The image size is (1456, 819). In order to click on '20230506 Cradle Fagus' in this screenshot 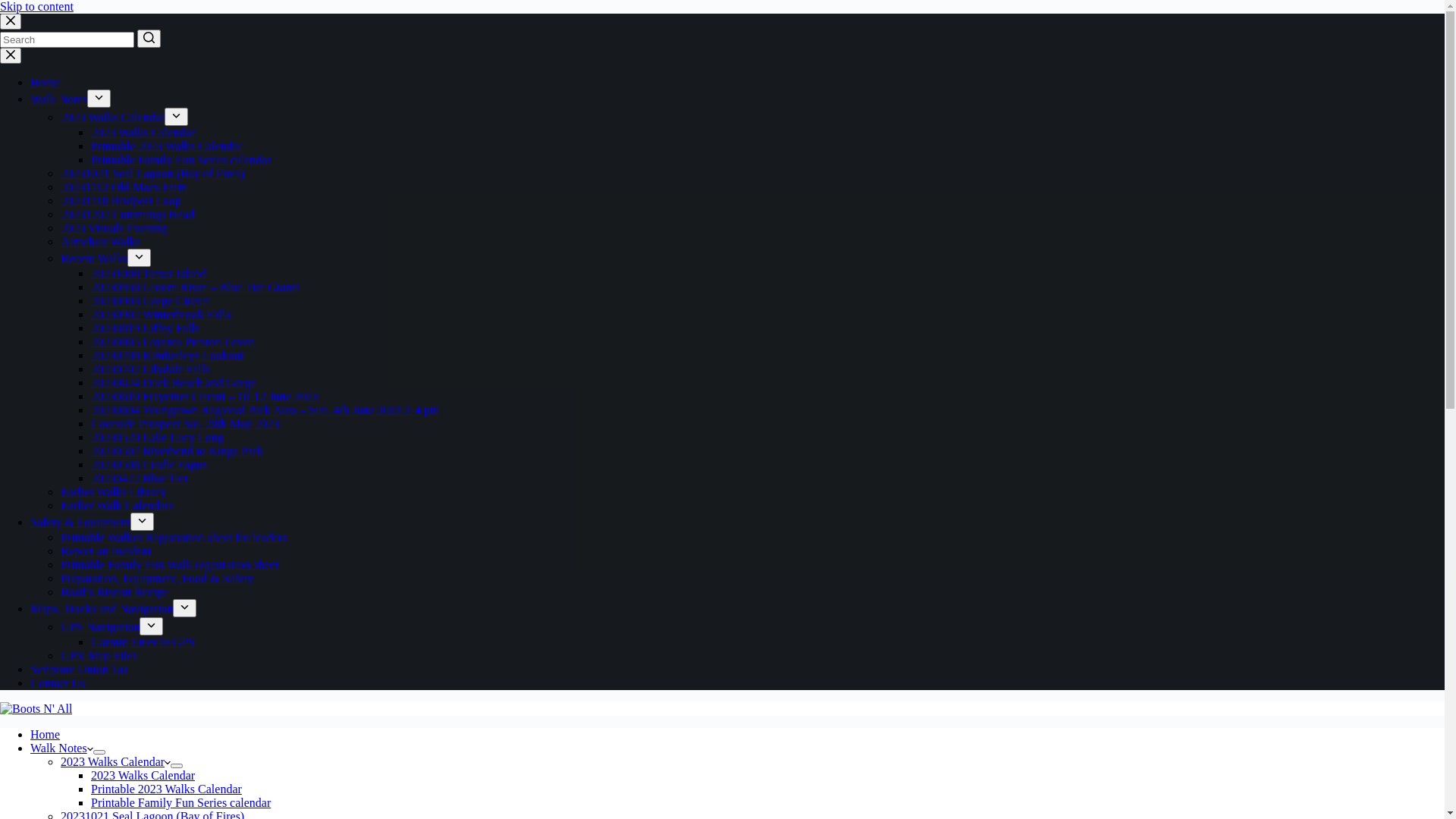, I will do `click(90, 463)`.